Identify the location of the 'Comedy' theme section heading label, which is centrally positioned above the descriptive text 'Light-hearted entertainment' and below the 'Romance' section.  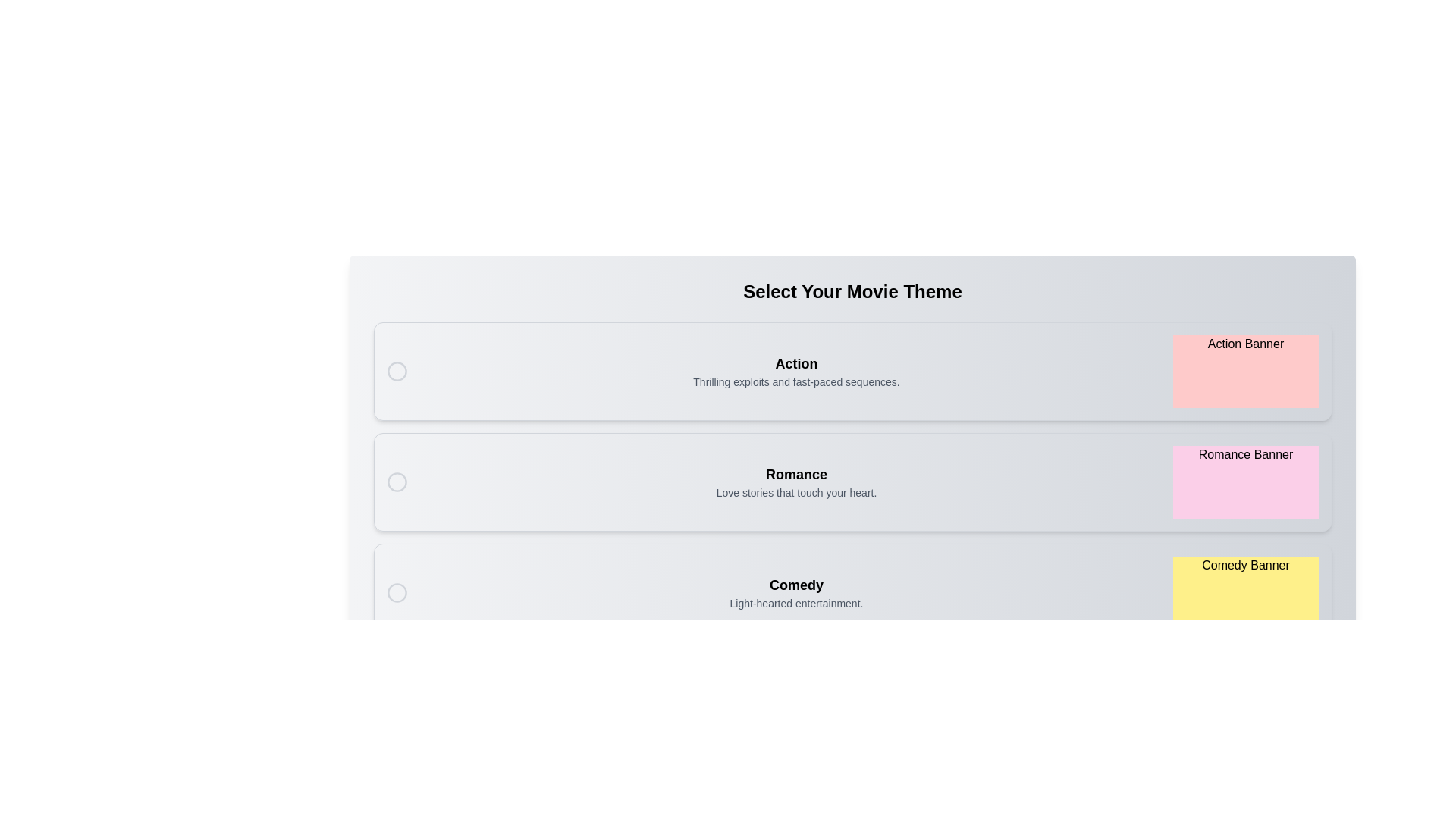
(795, 584).